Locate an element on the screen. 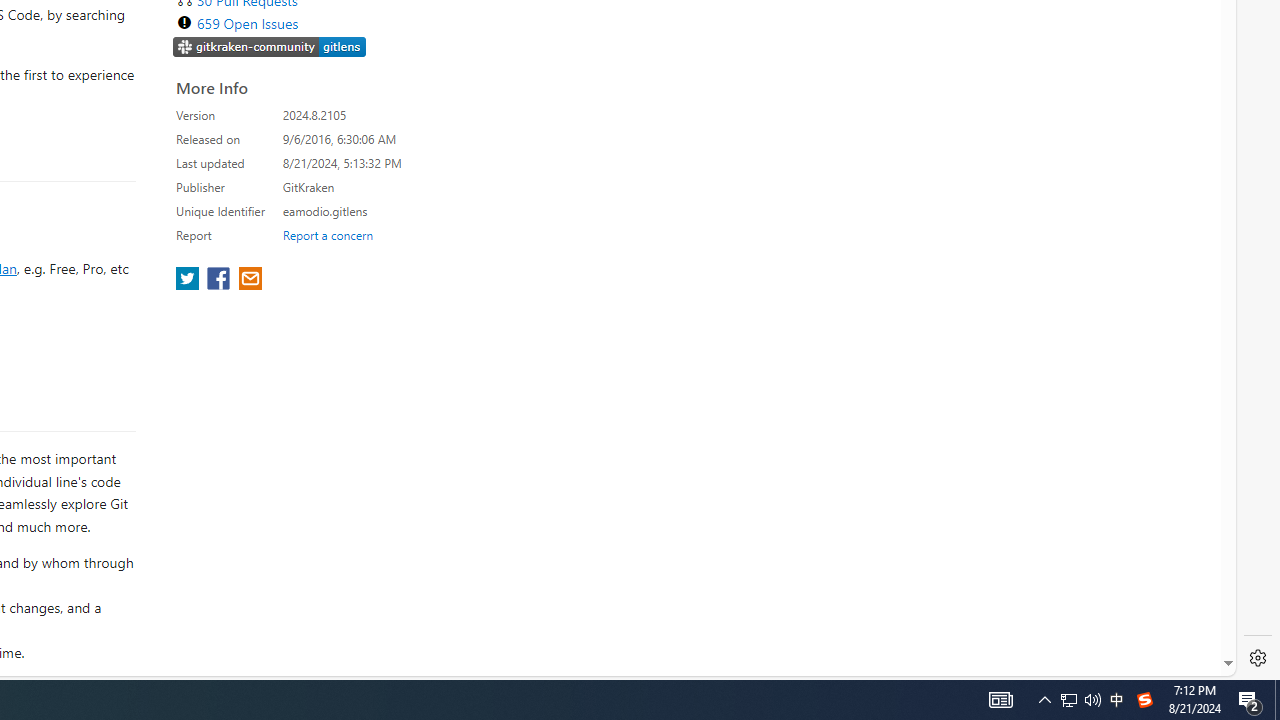 Image resolution: width=1280 pixels, height=720 pixels. 'share extension on email' is located at coordinates (248, 280).